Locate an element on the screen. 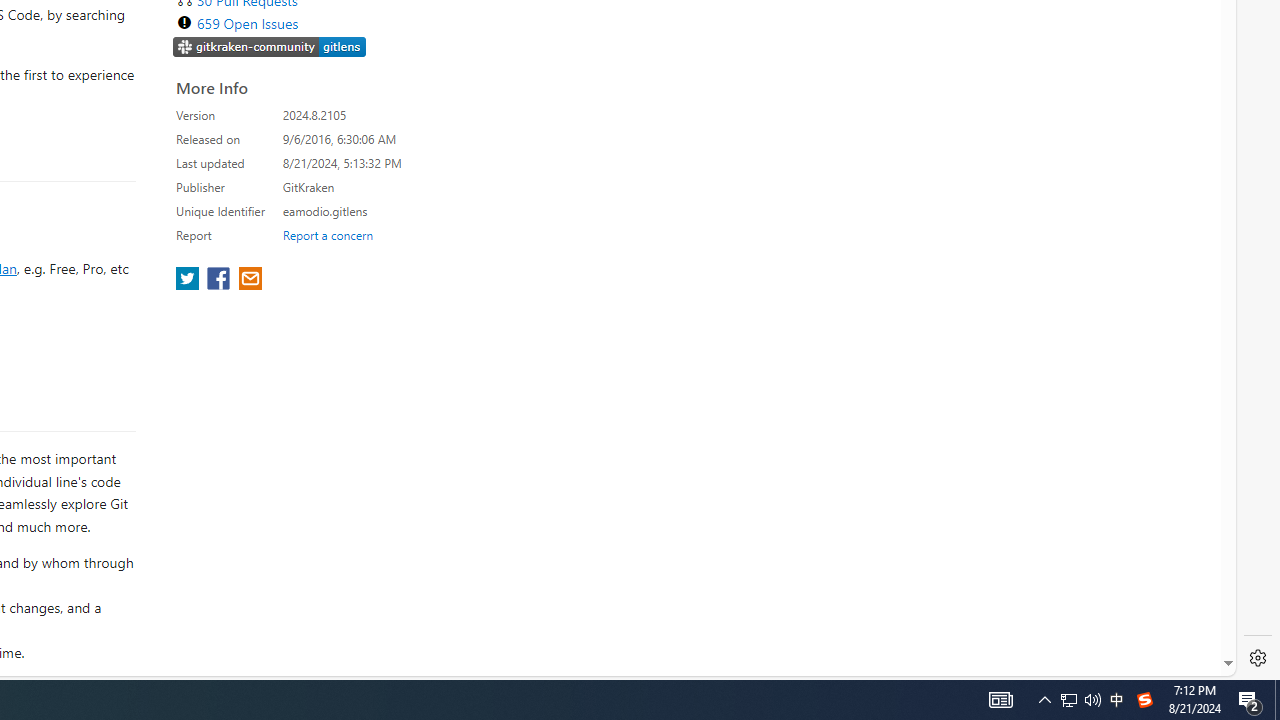 Image resolution: width=1280 pixels, height=720 pixels. 'share extension on email' is located at coordinates (248, 280).